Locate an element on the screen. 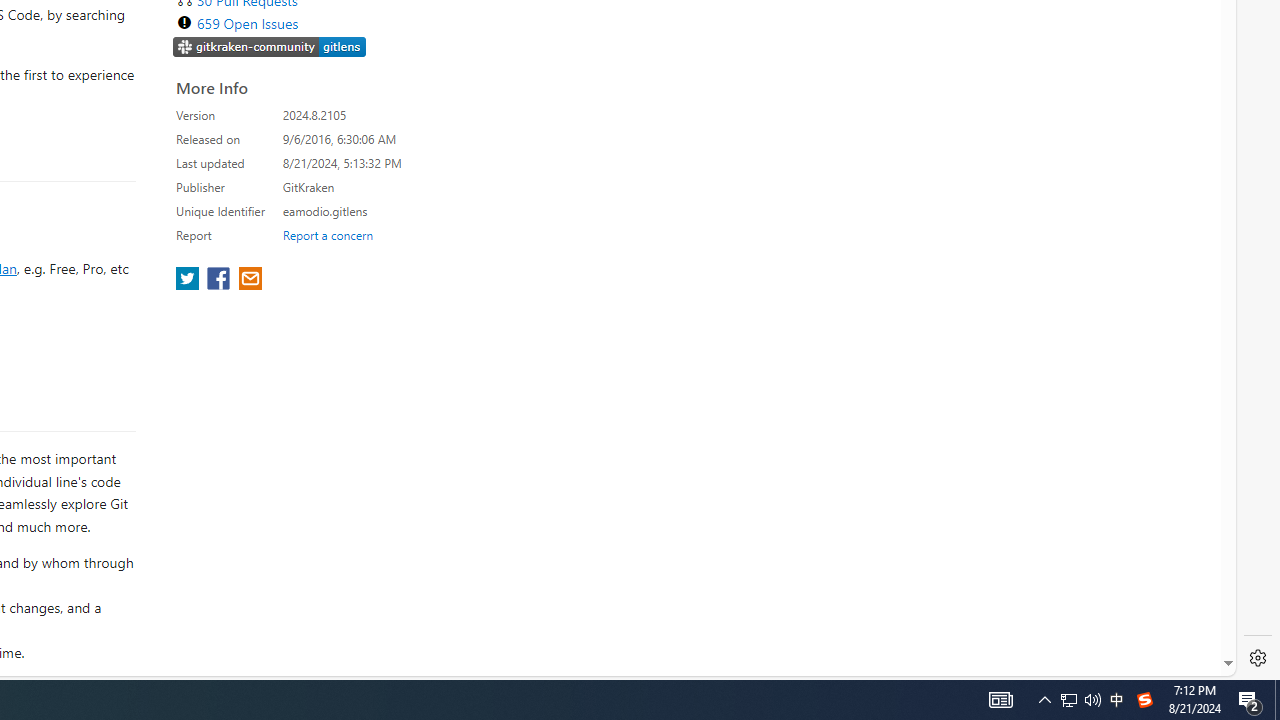 Image resolution: width=1280 pixels, height=720 pixels. 'share extension on email' is located at coordinates (248, 280).